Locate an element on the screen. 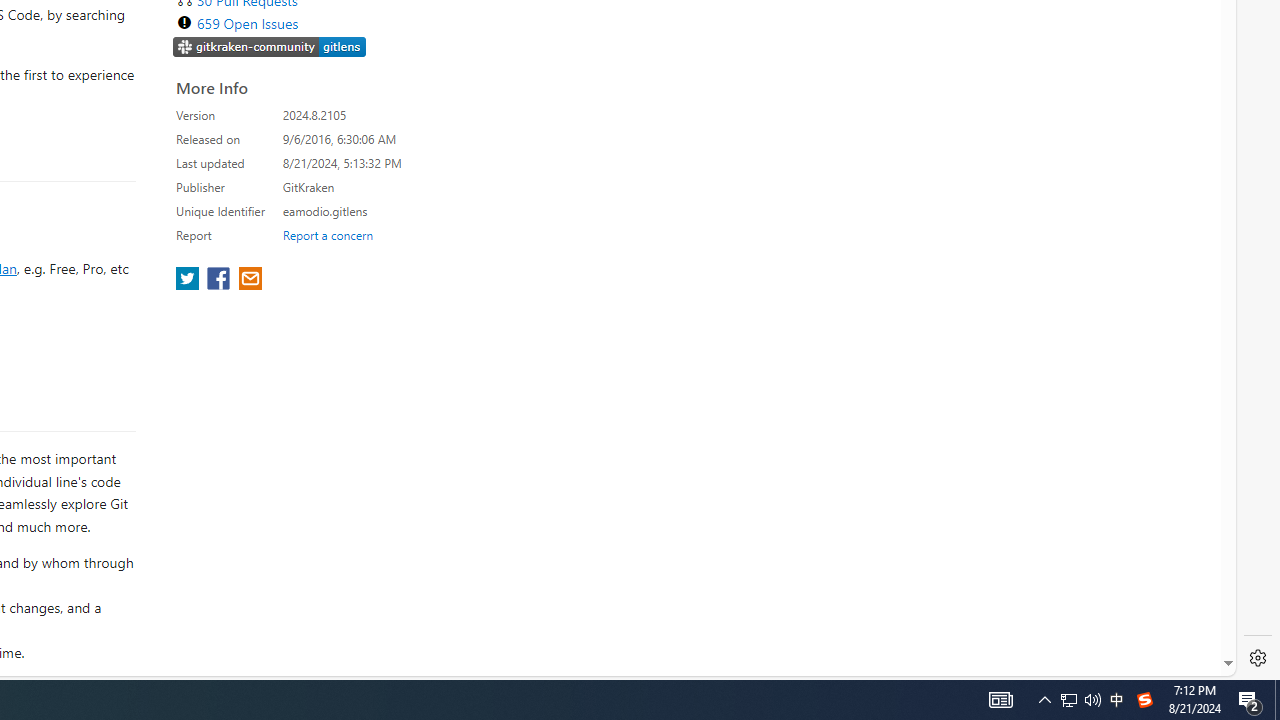 Image resolution: width=1280 pixels, height=720 pixels. 'share extension on email' is located at coordinates (248, 280).